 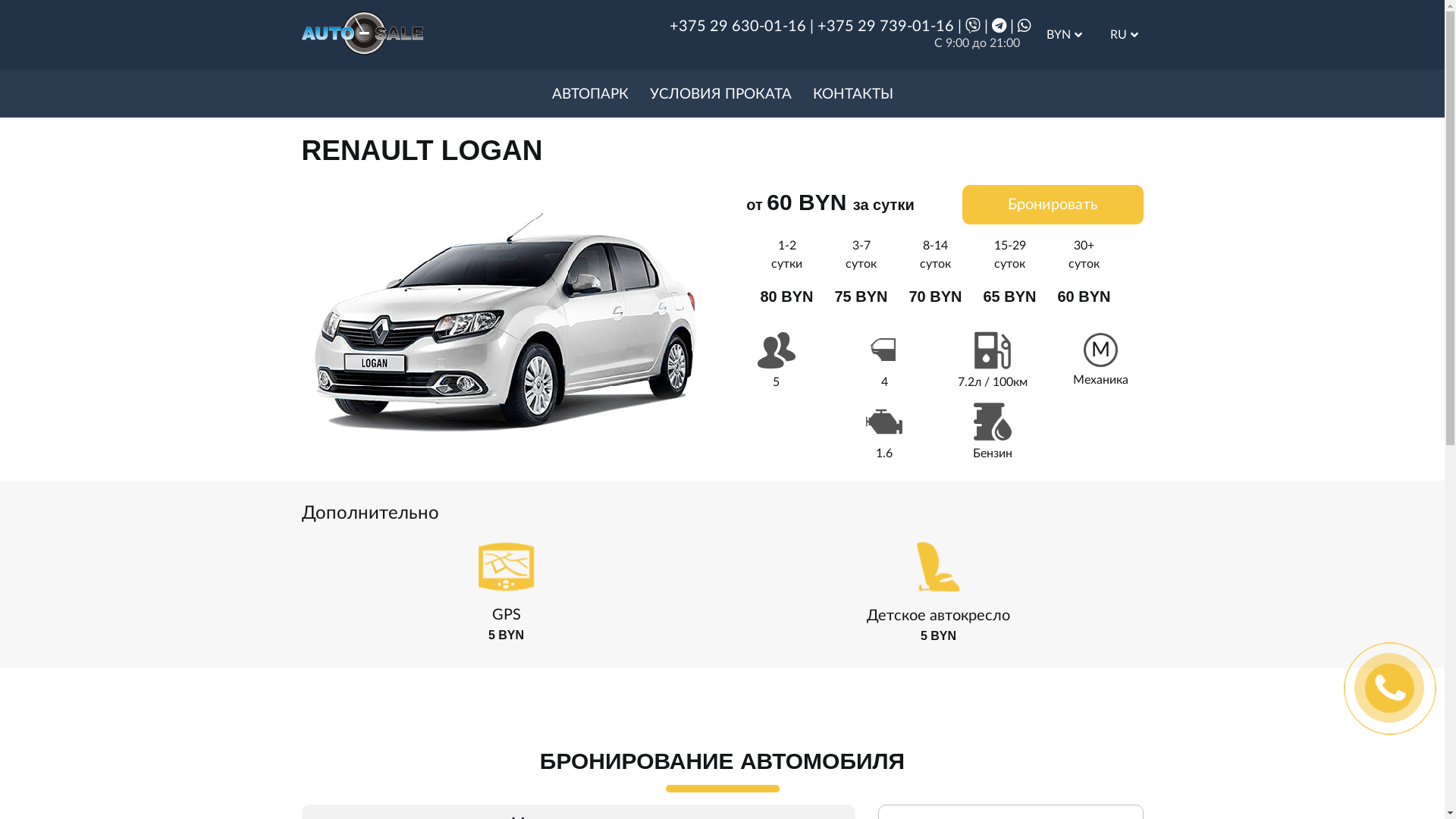 What do you see at coordinates (885, 26) in the screenshot?
I see `'+375 29 739-01-16'` at bounding box center [885, 26].